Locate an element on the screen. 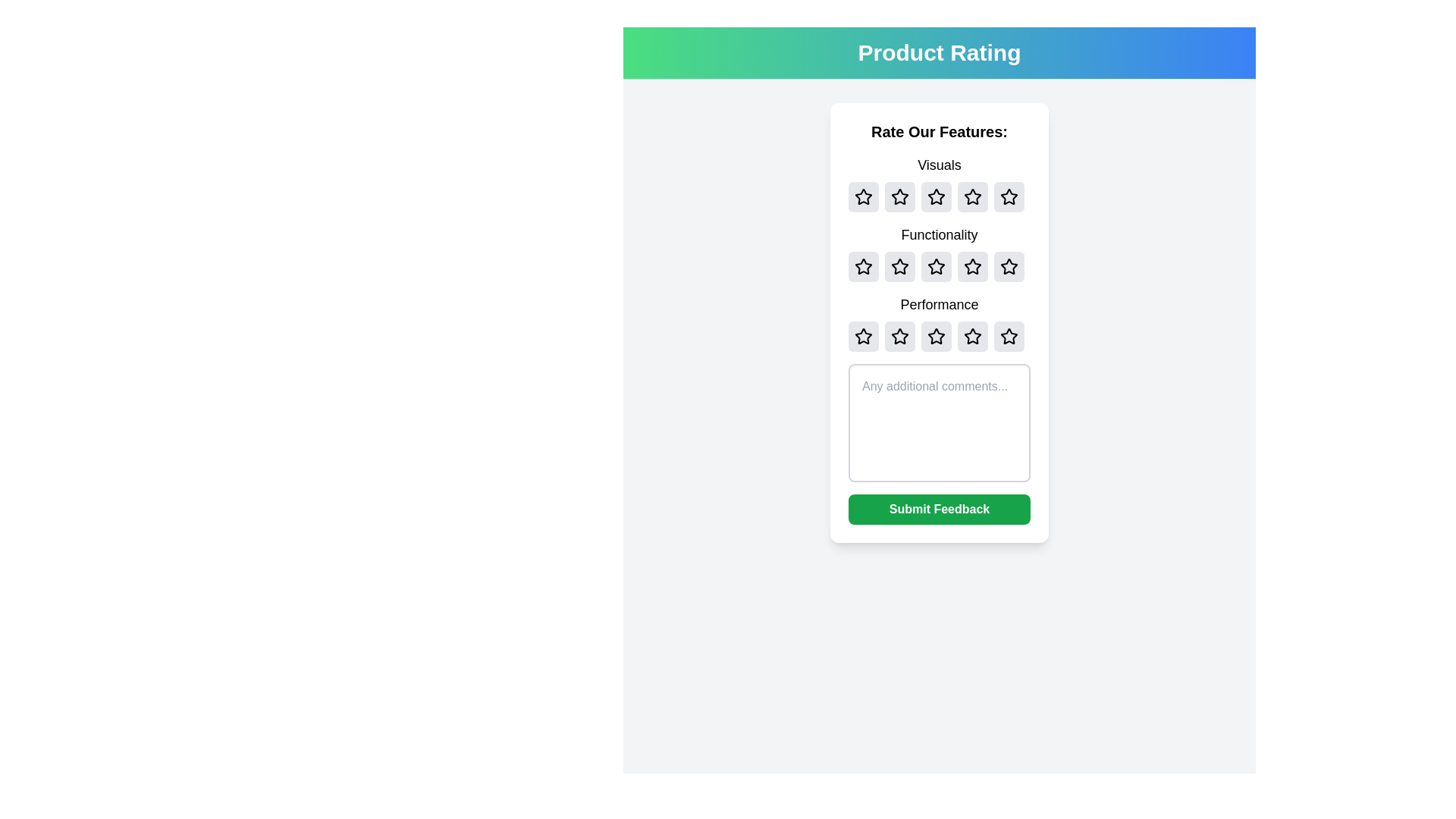 Image resolution: width=1456 pixels, height=819 pixels. the 'Performance' rating component is located at coordinates (938, 322).